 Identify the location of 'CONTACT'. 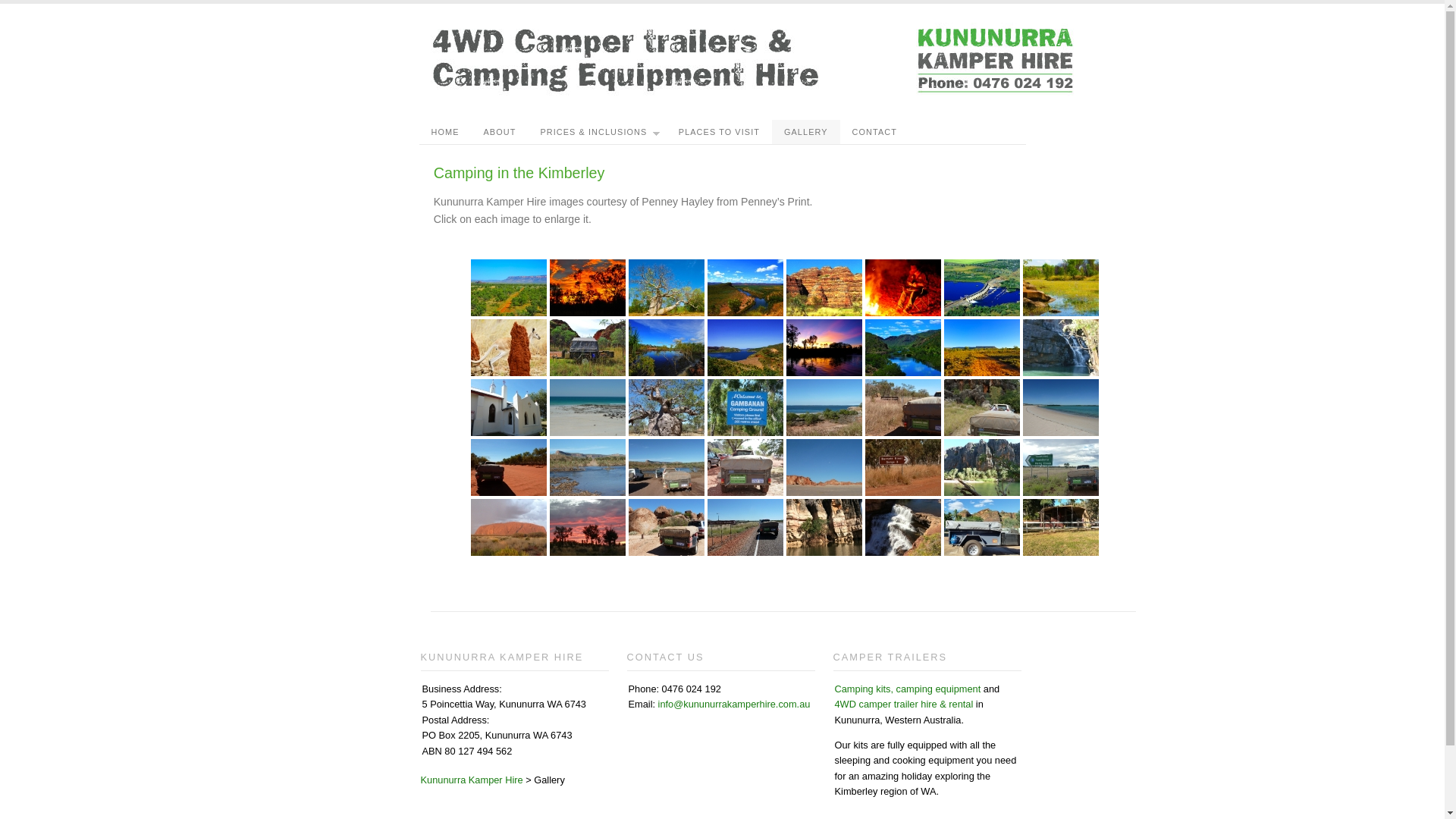
(874, 130).